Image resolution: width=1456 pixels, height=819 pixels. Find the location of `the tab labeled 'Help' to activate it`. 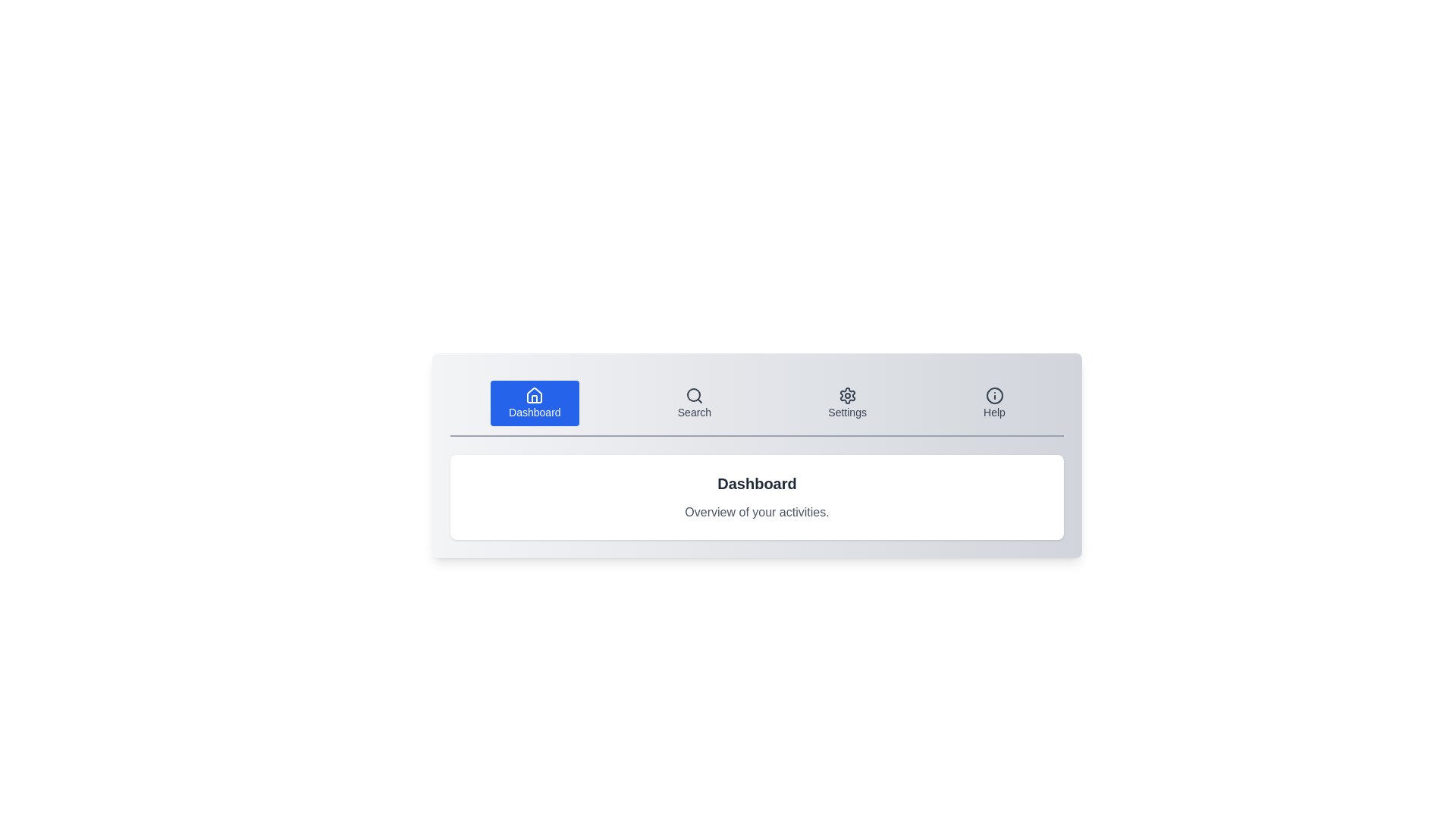

the tab labeled 'Help' to activate it is located at coordinates (994, 403).